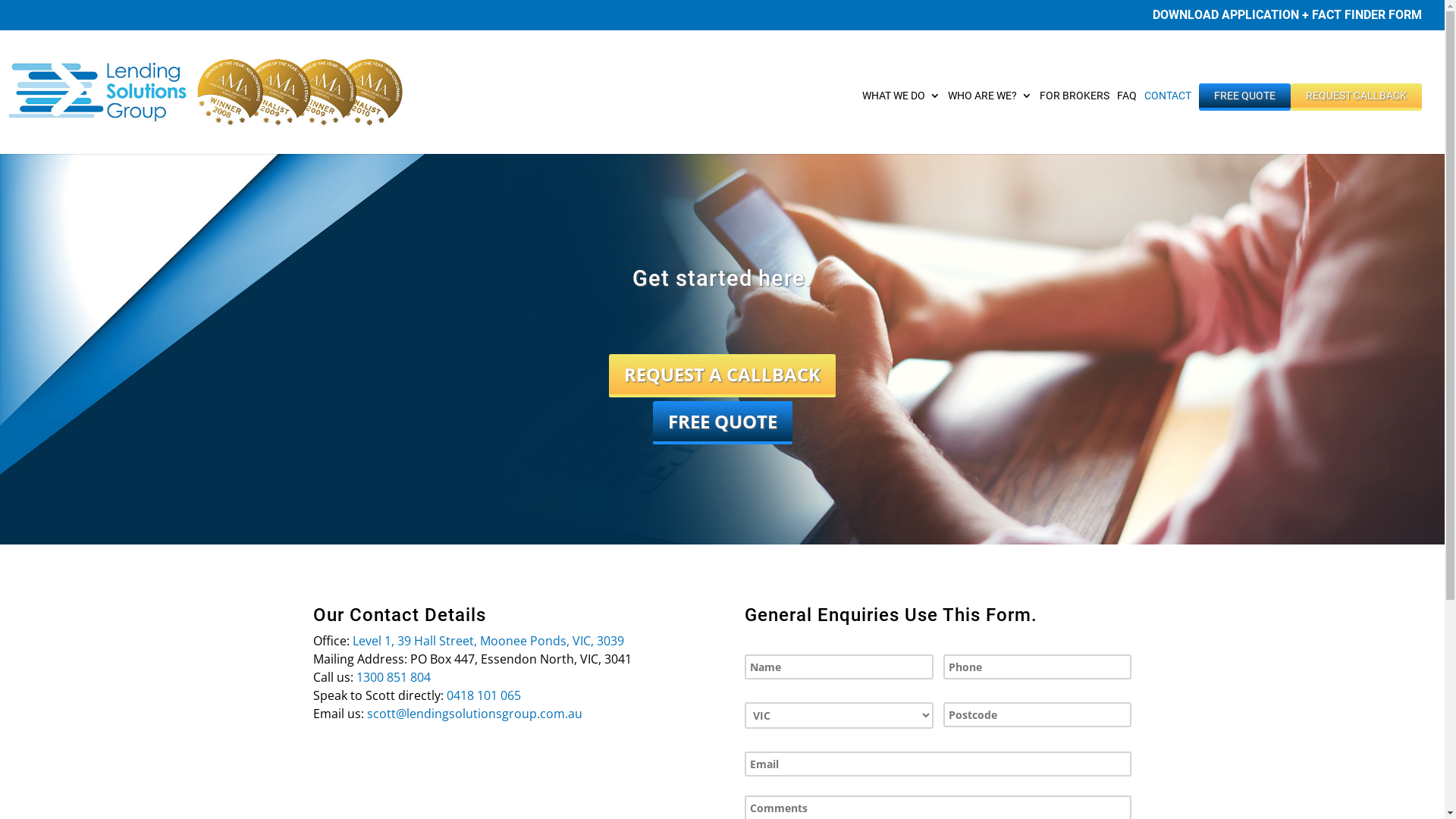 This screenshot has height=819, width=1456. I want to click on 'DOWNLOAD APPLICATION + FACT FINDER FORM', so click(1286, 20).